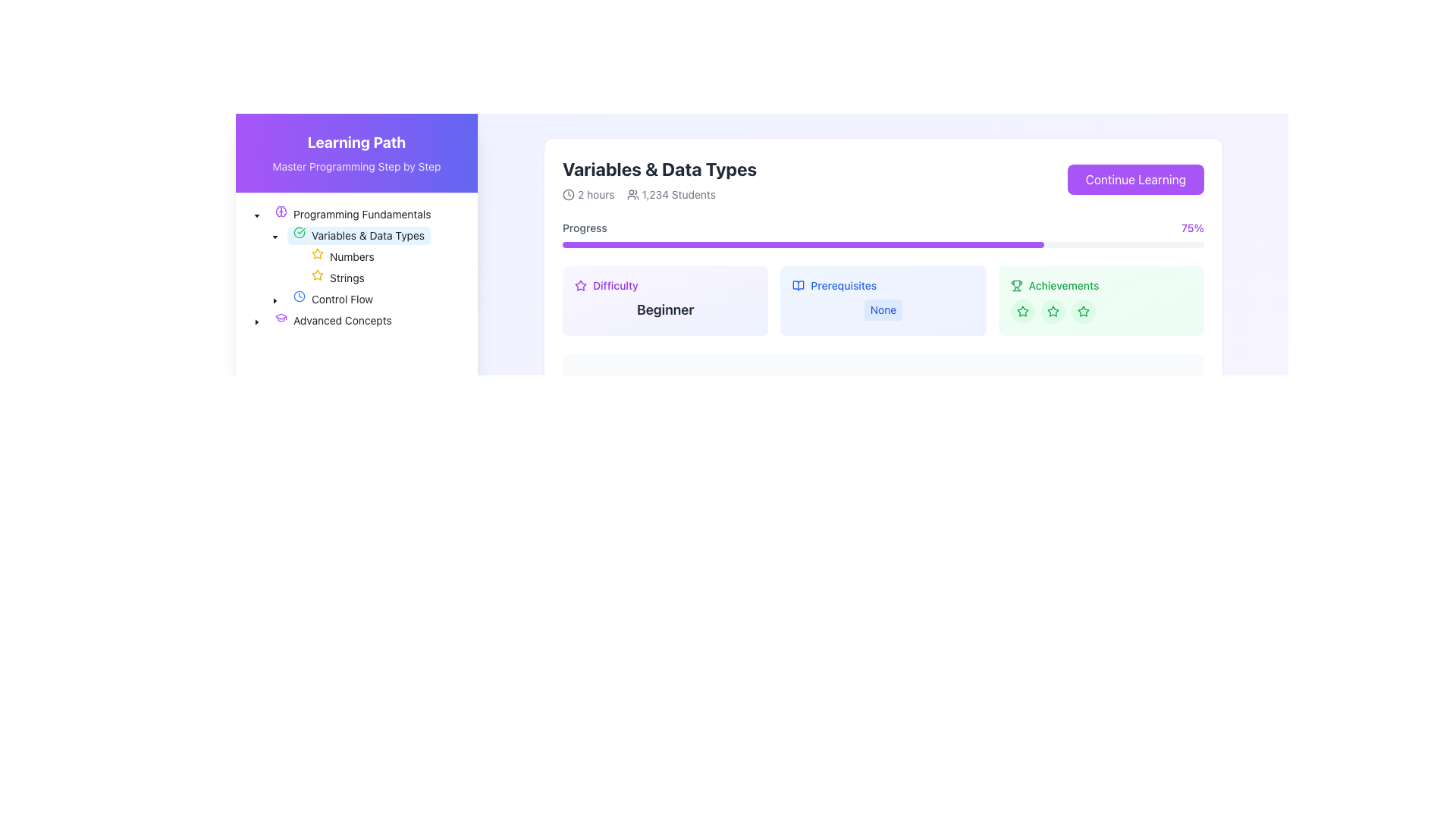 This screenshot has width=1456, height=819. What do you see at coordinates (316, 275) in the screenshot?
I see `the small, yellow, outlined star icon located to the left of the text 'Numbers' in the 'Variables & Data Types' section of the 'Programming Fundamentals' menu` at bounding box center [316, 275].